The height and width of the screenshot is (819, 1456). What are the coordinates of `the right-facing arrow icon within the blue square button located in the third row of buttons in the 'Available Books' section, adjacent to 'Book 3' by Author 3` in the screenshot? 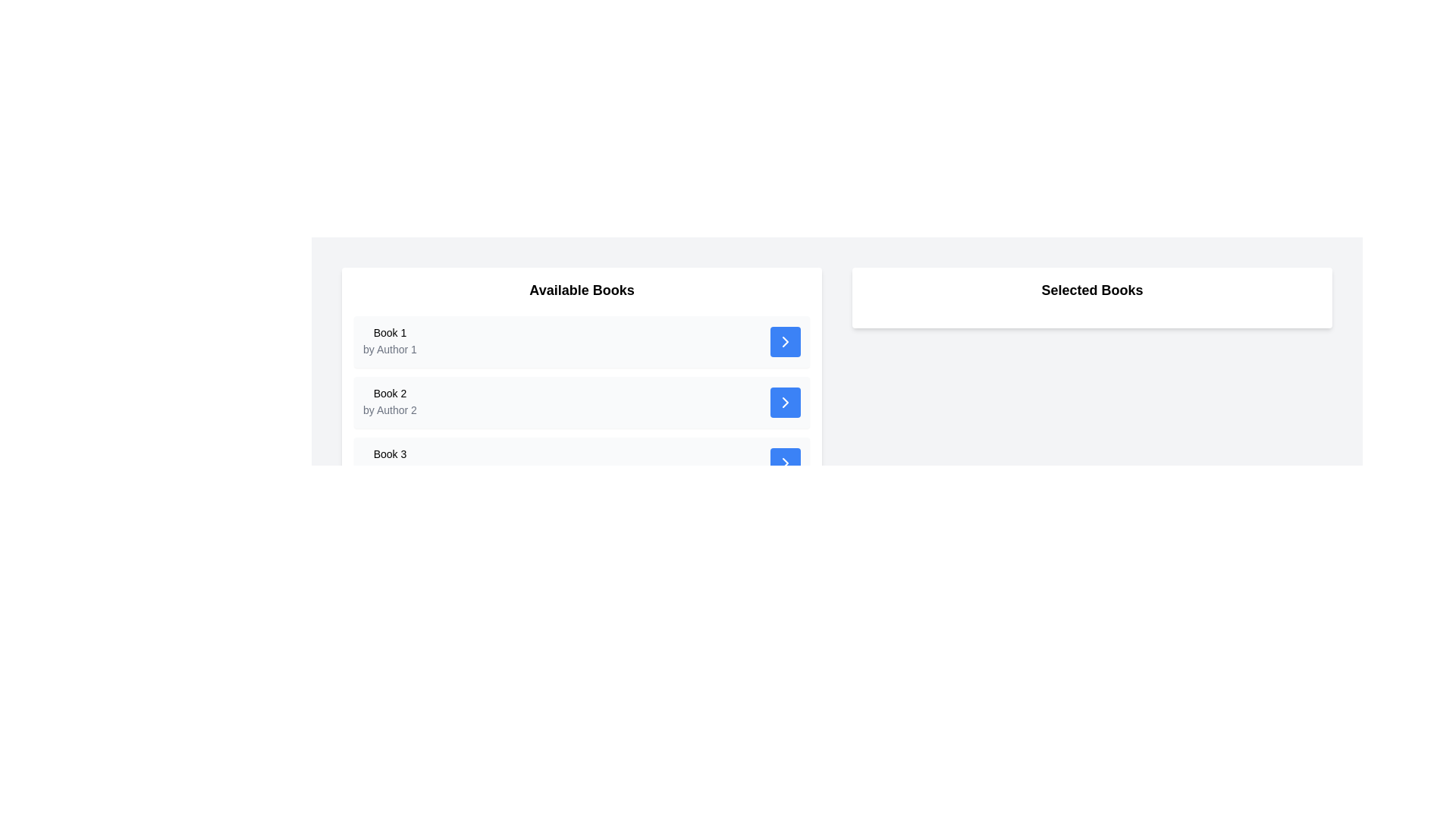 It's located at (786, 402).